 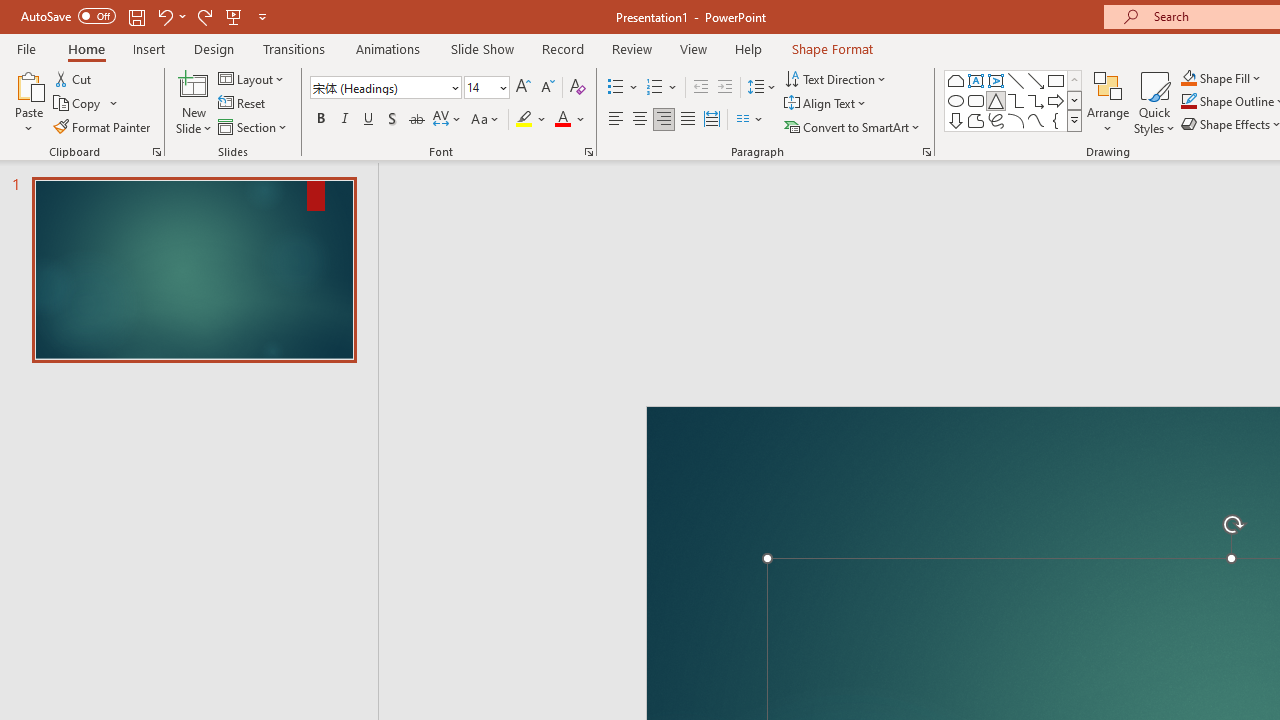 I want to click on 'Shape Fill Orange, Accent 2', so click(x=1189, y=77).